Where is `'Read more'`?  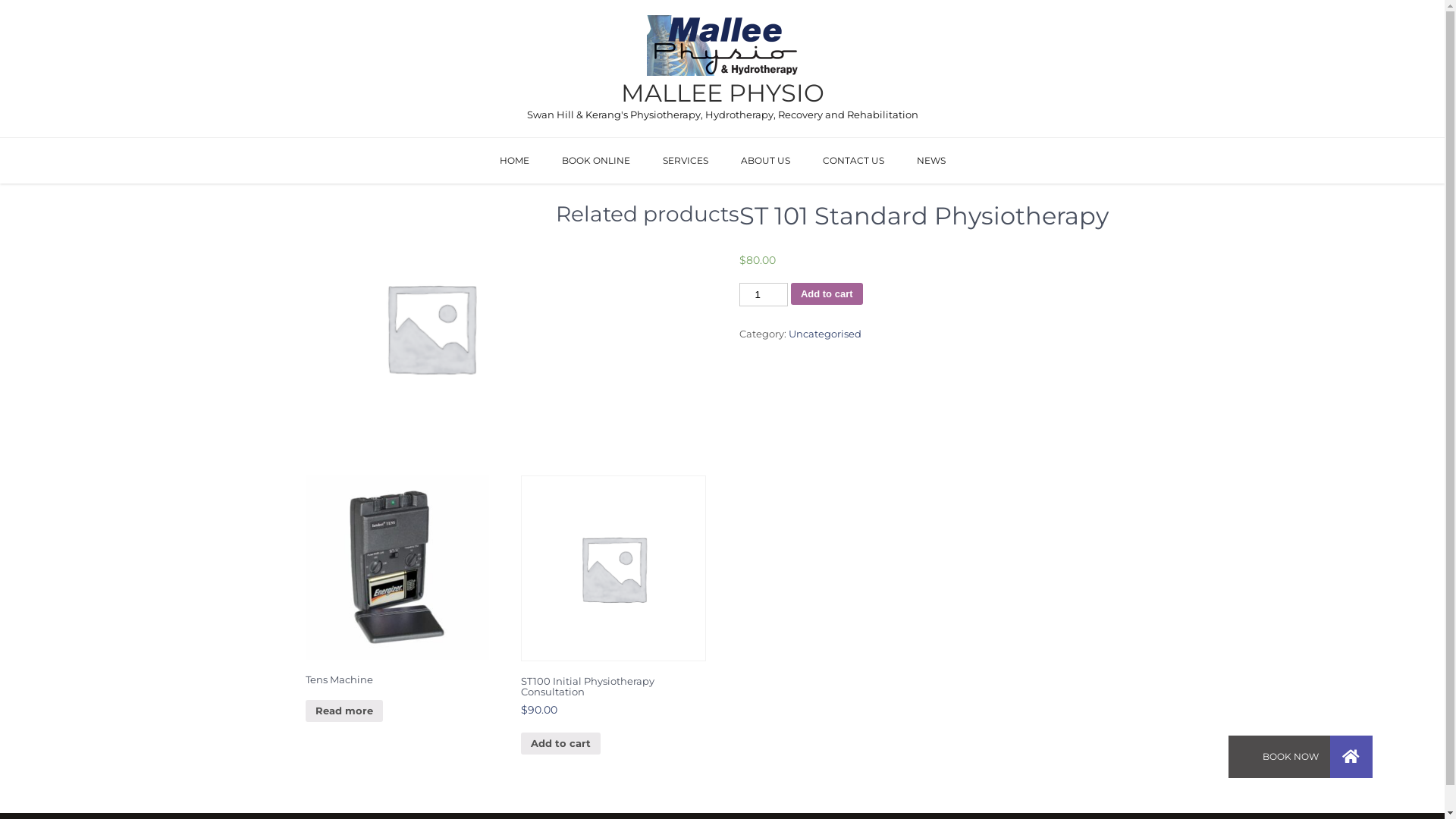 'Read more' is located at coordinates (342, 711).